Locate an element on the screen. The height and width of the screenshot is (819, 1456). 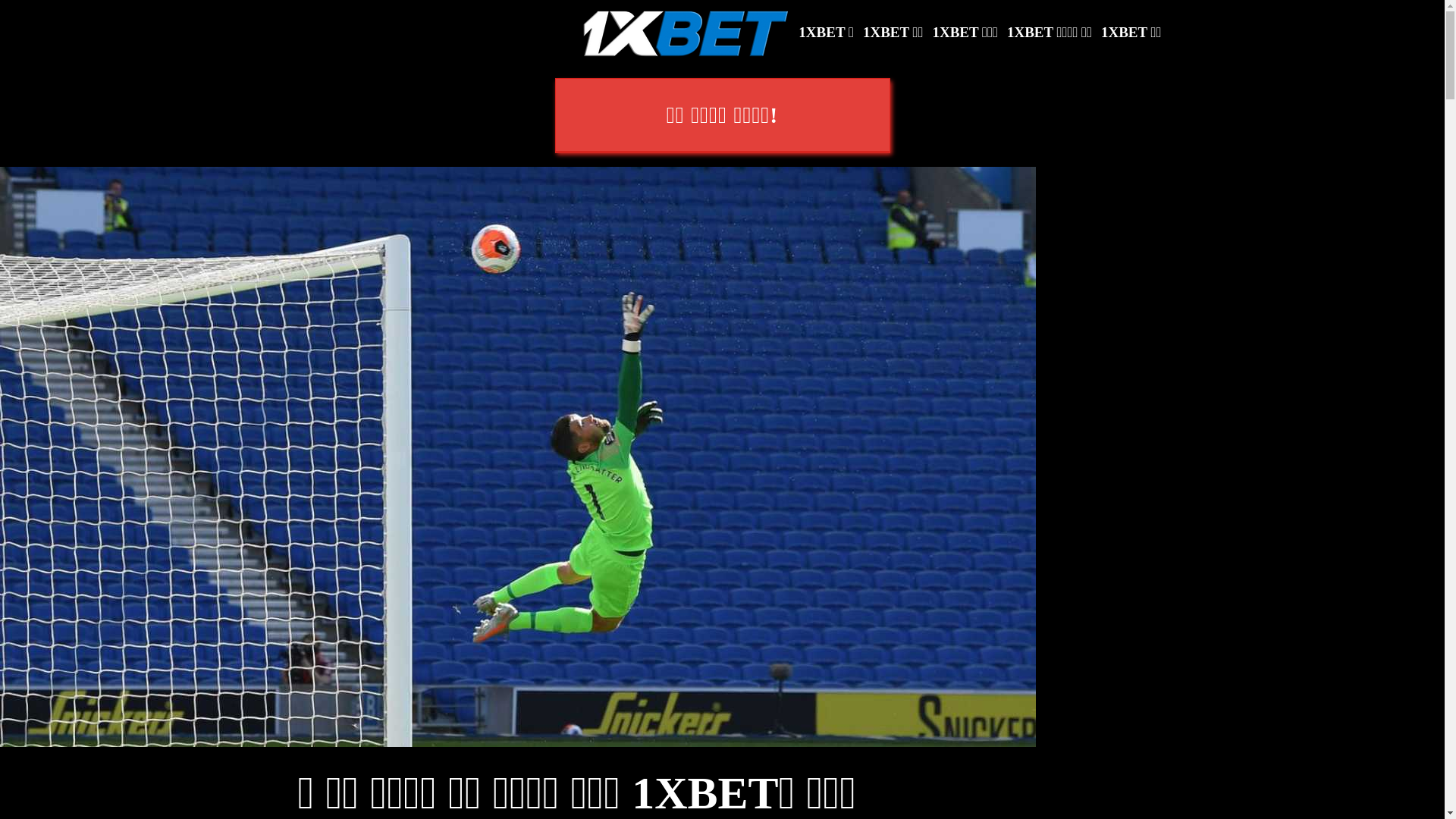
'SKIP TO CONTENT' is located at coordinates (0, 0).